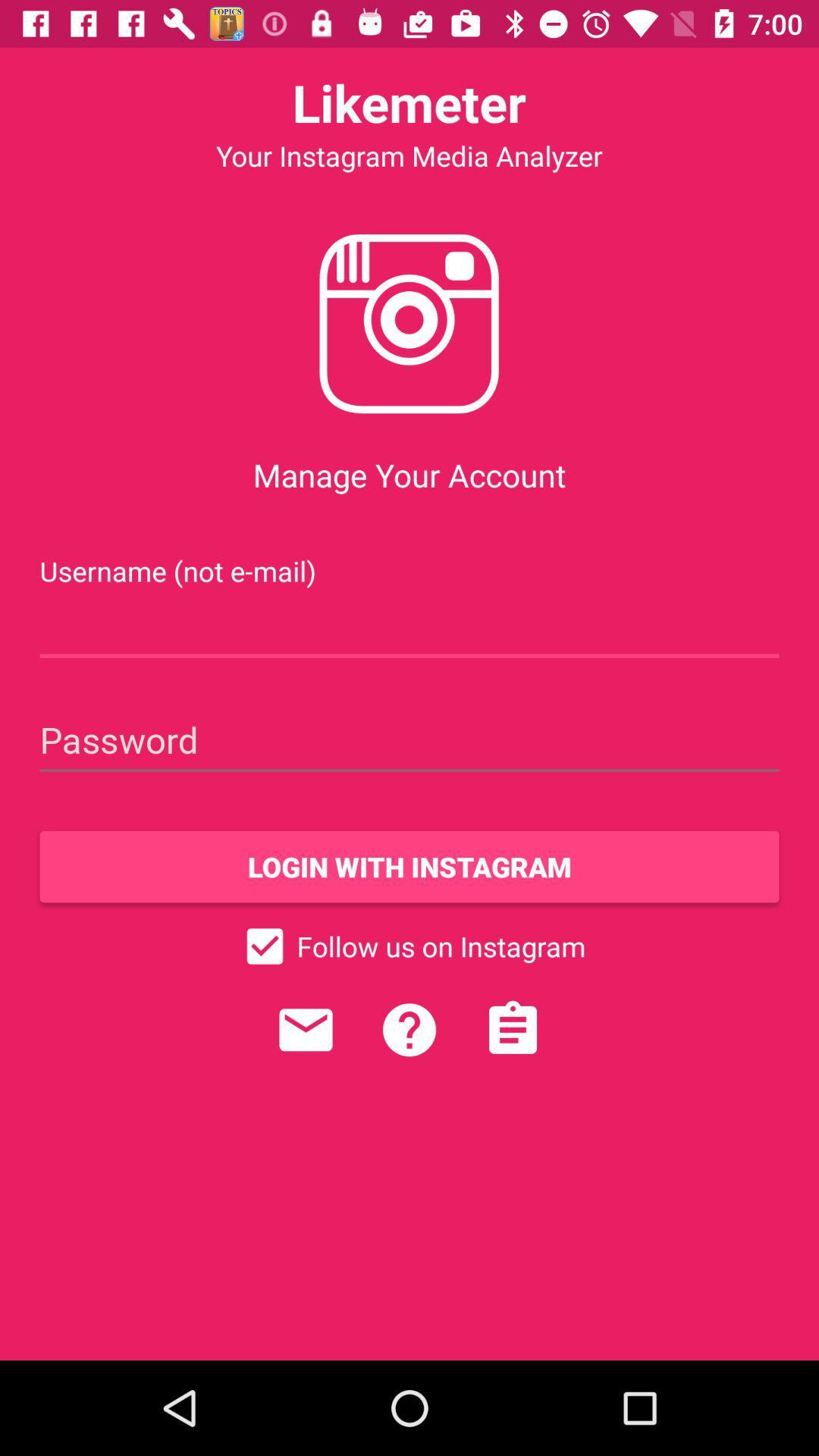 Image resolution: width=819 pixels, height=1456 pixels. What do you see at coordinates (409, 946) in the screenshot?
I see `the follow us on item` at bounding box center [409, 946].